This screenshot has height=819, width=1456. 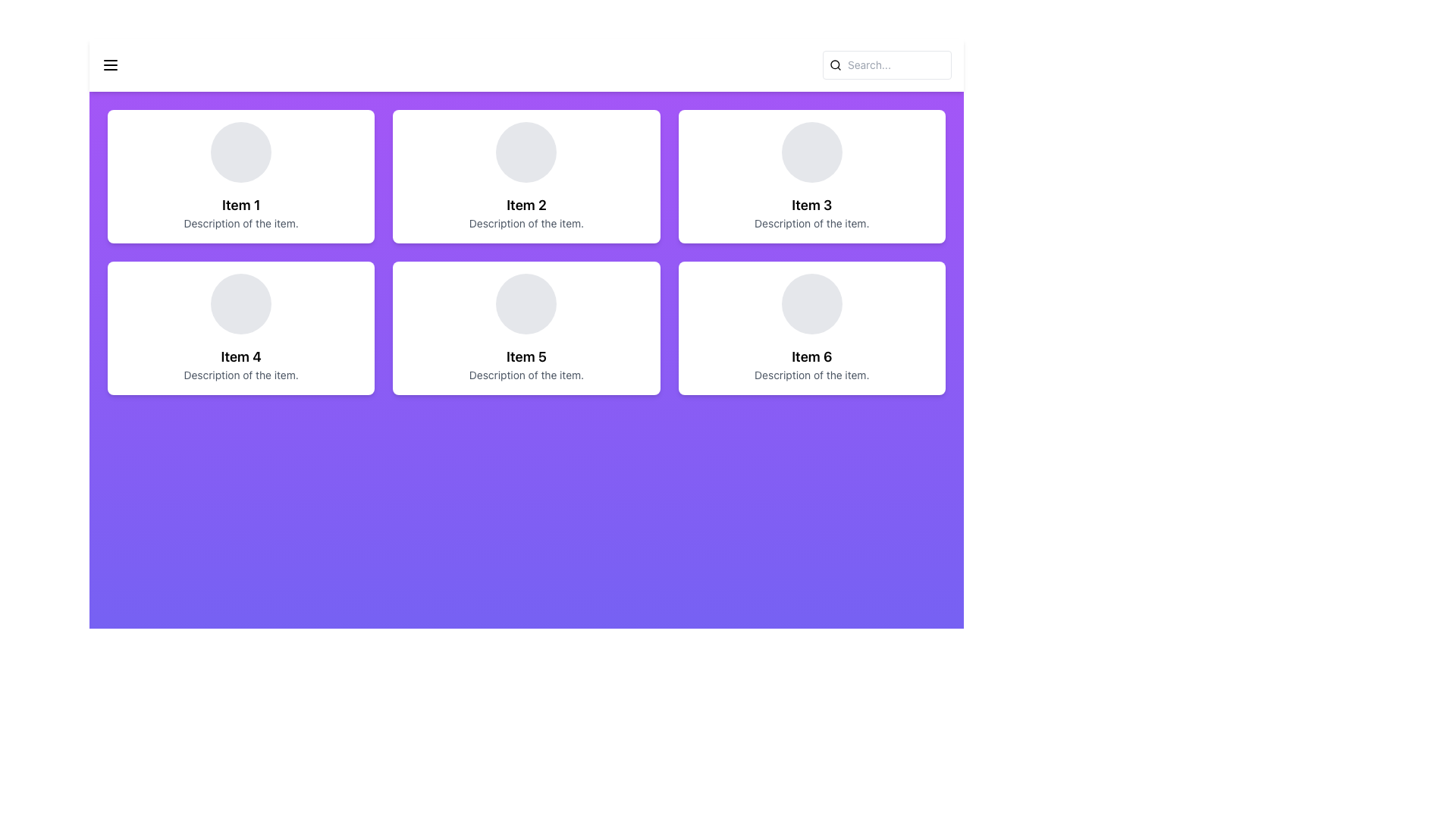 What do you see at coordinates (896, 64) in the screenshot?
I see `the search input field located at the top-right of the interface to focus on it` at bounding box center [896, 64].